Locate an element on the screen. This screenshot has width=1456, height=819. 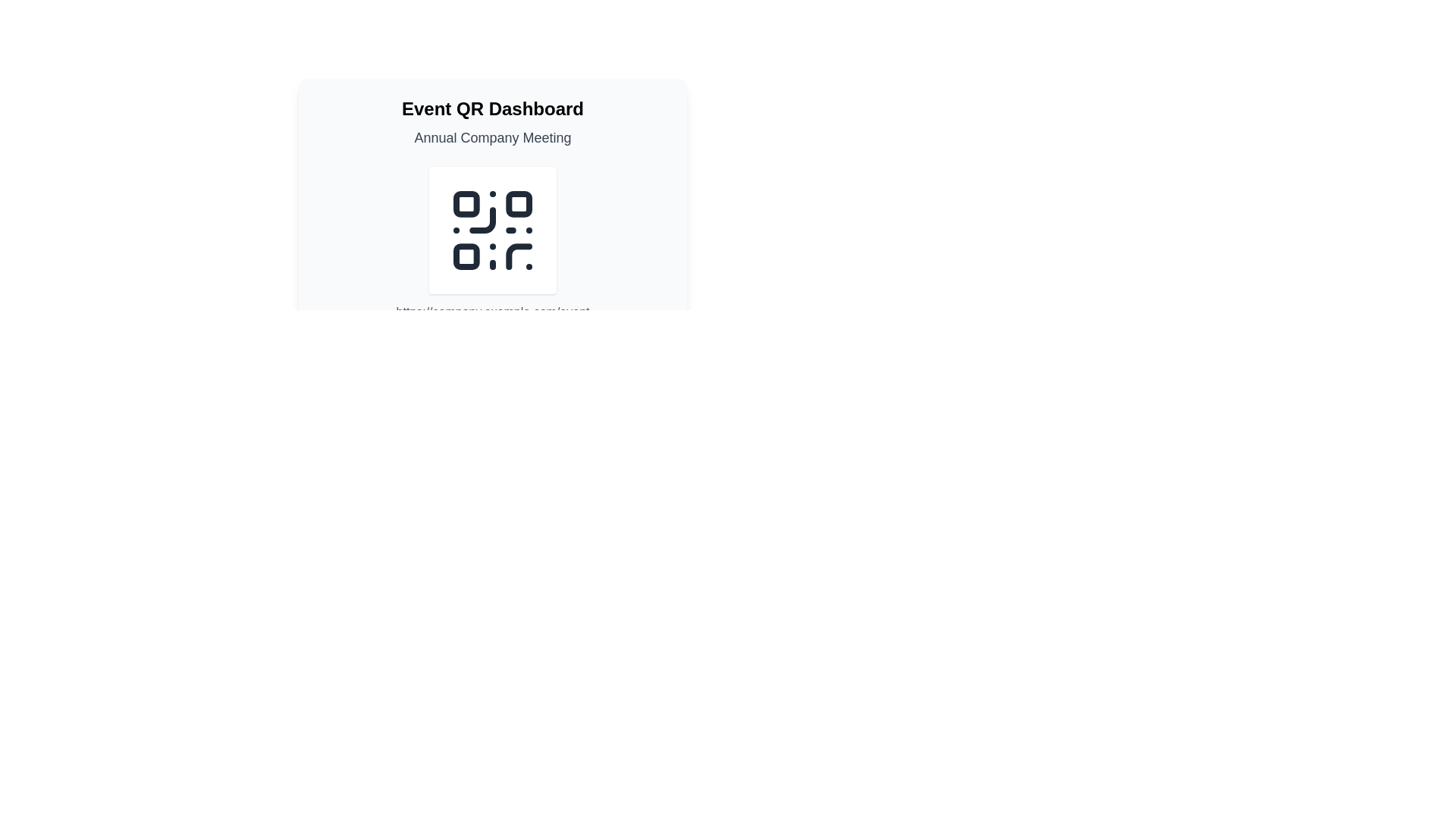
the text element that provides the URL associated with the QR code, which is positioned immediately below the QR code graphic is located at coordinates (492, 312).